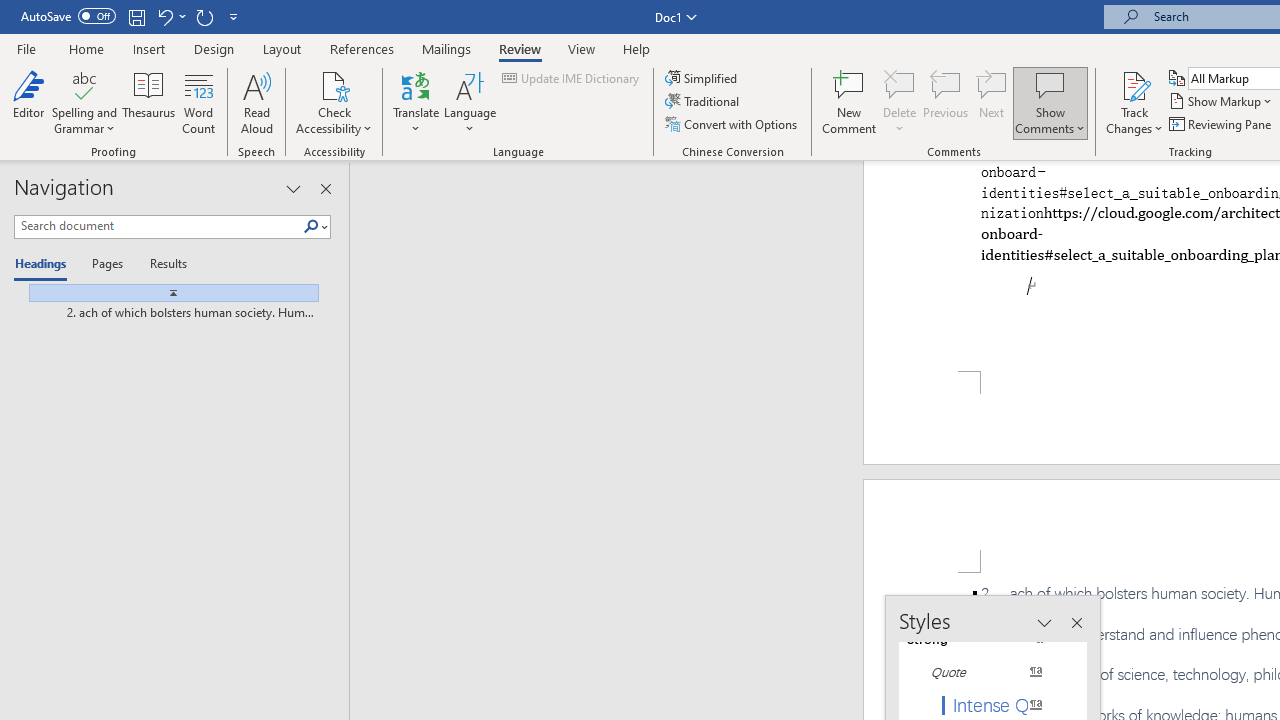 This screenshot has width=1280, height=720. Describe the element at coordinates (1134, 103) in the screenshot. I see `'Track Changes'` at that location.